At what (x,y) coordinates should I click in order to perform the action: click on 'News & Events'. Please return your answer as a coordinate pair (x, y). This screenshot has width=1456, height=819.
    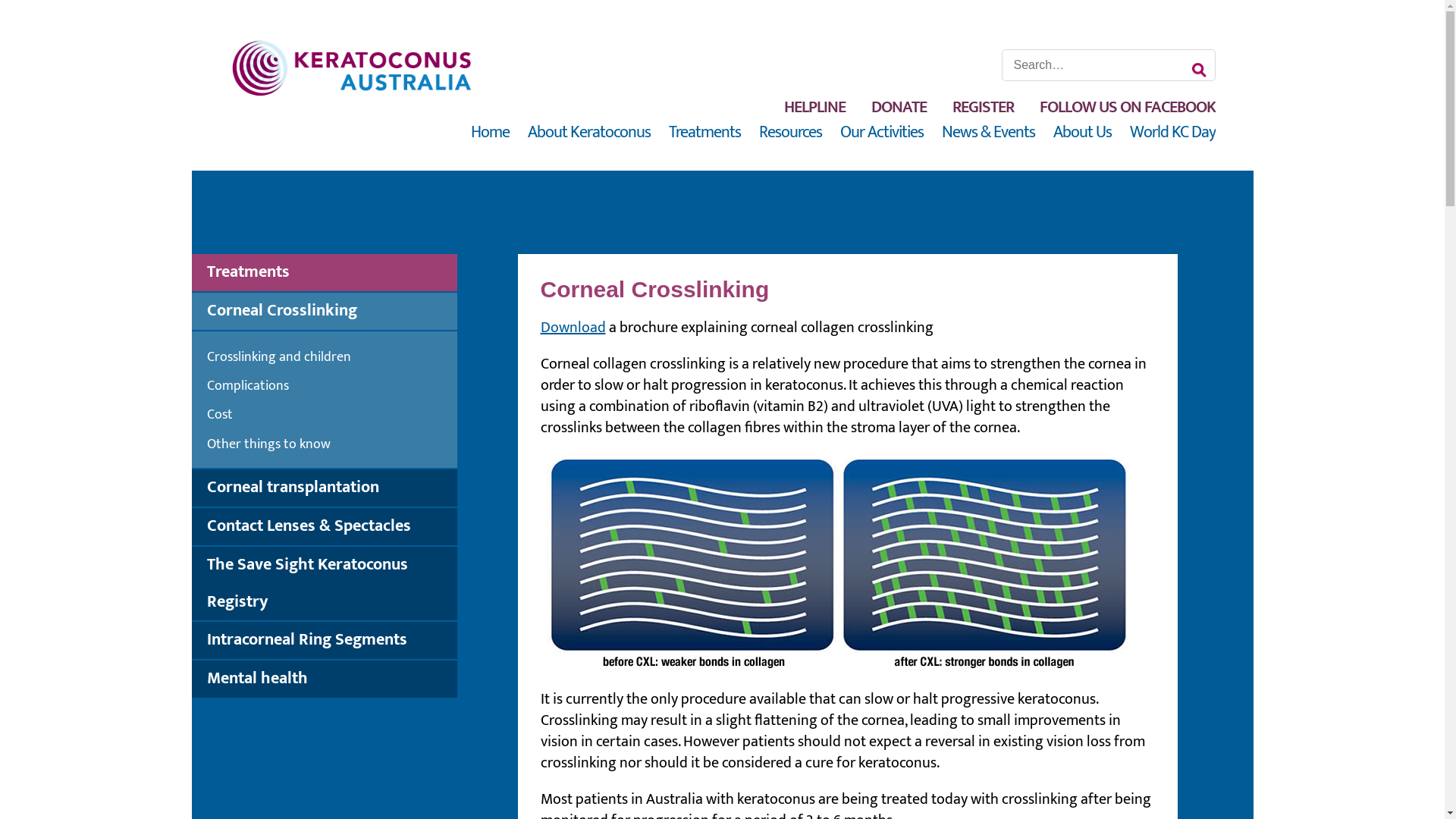
    Looking at the image, I should click on (988, 131).